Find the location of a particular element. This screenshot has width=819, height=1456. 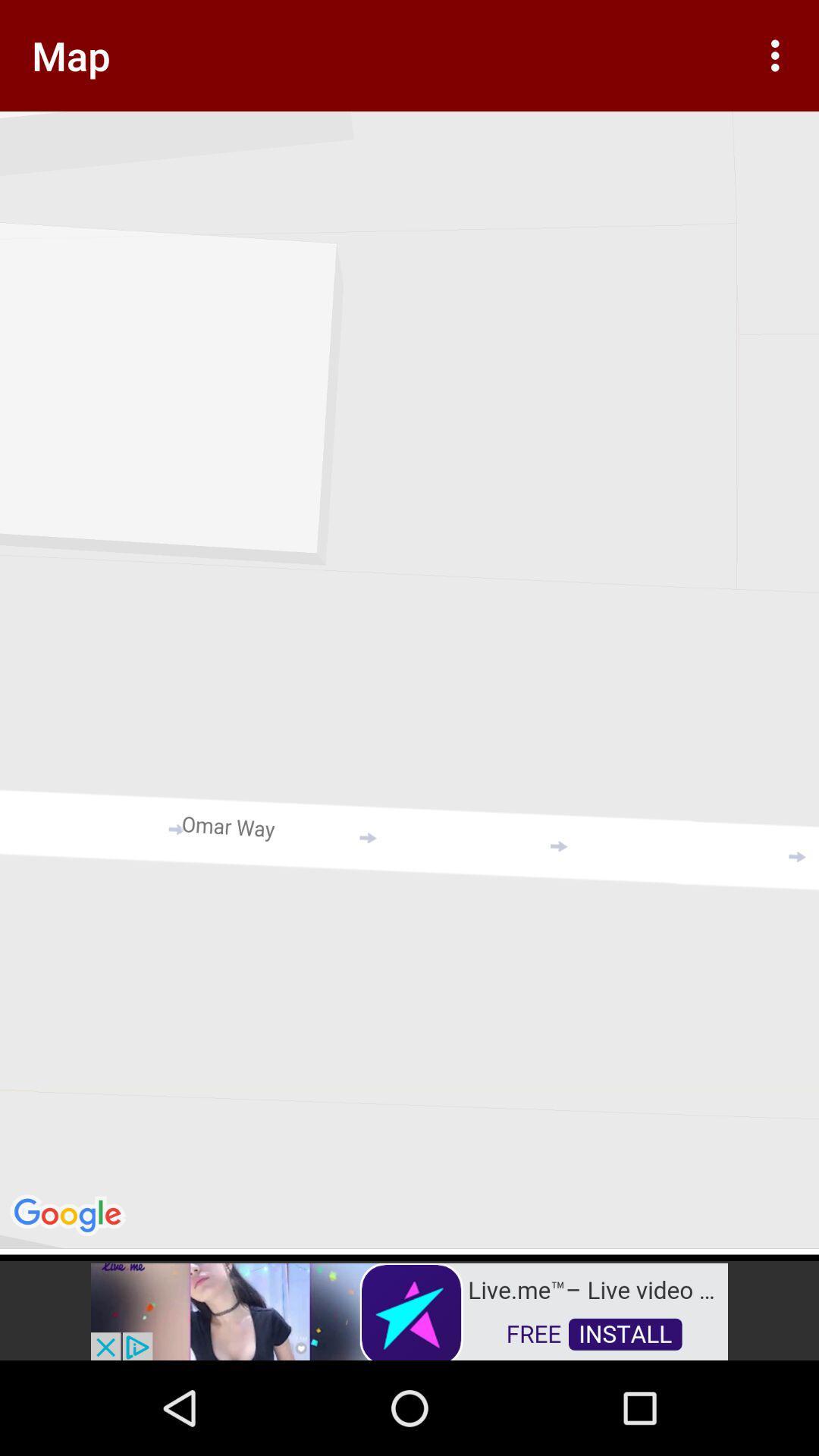

add is located at coordinates (409, 1310).